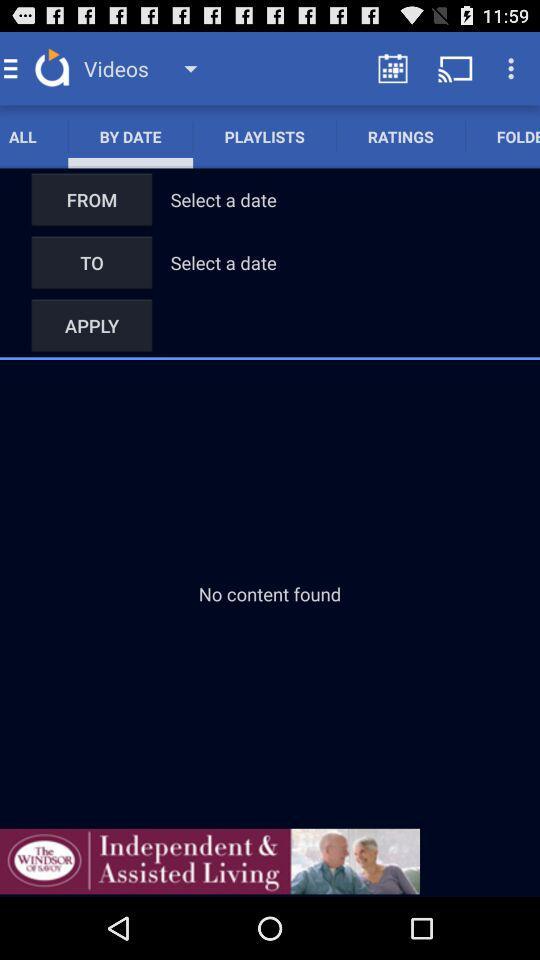 Image resolution: width=540 pixels, height=960 pixels. What do you see at coordinates (209, 860) in the screenshot?
I see `independent assisted living advertisement` at bounding box center [209, 860].